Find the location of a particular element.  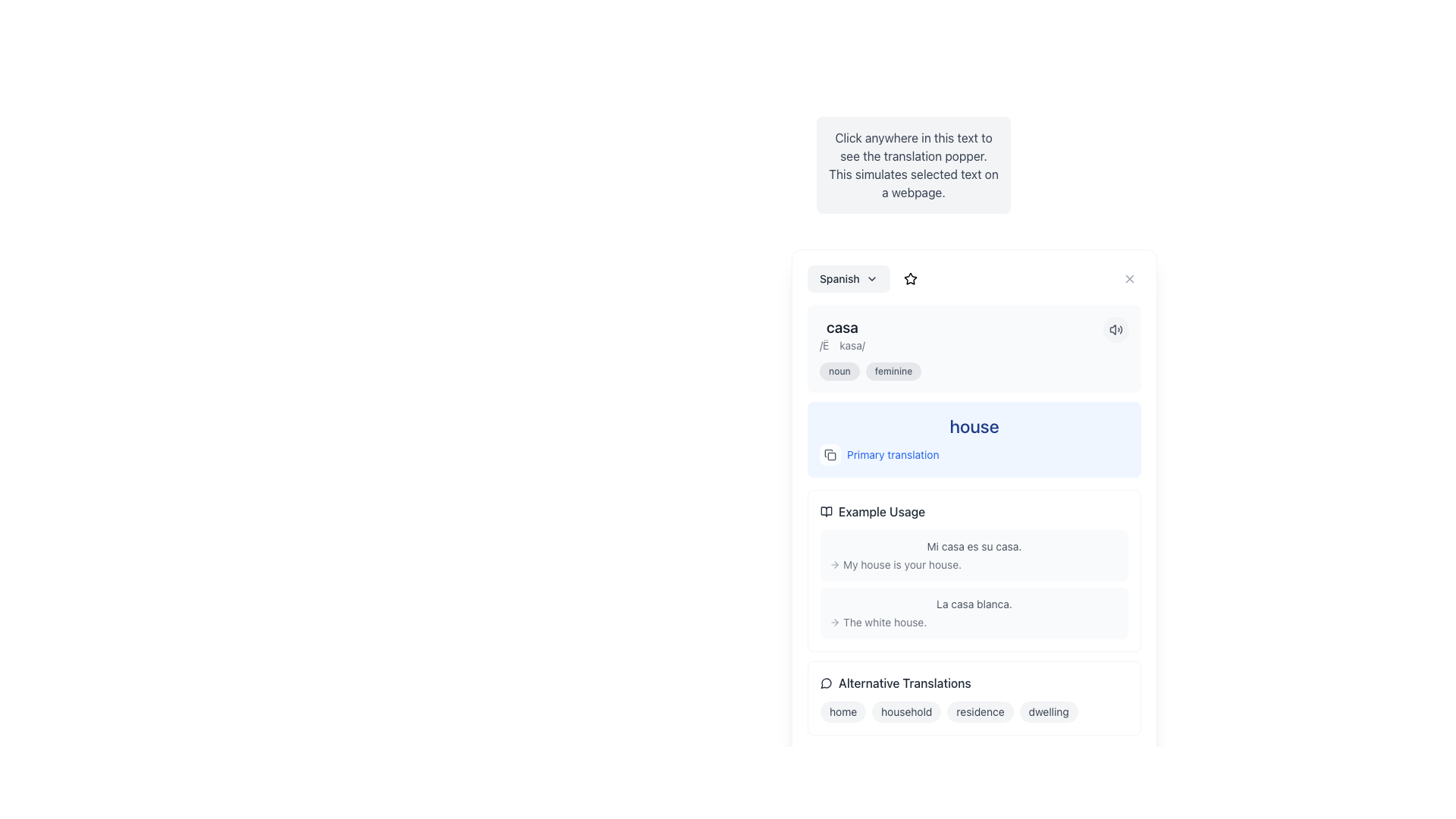

text content of the supplementary information label providing the phonetic transcription for 'casa', located directly below the word 'casa' is located at coordinates (841, 345).